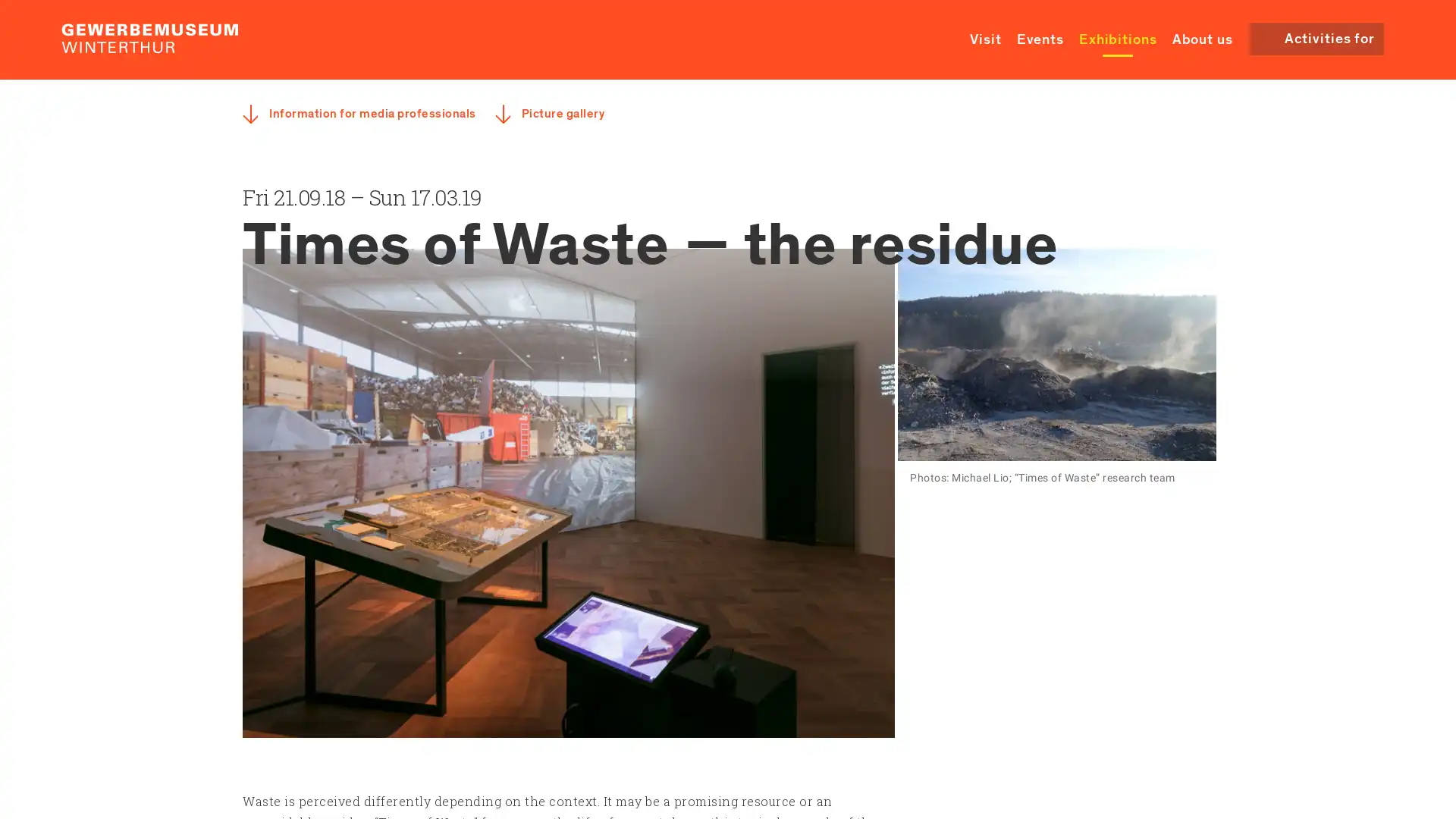  Describe the element at coordinates (1316, 38) in the screenshot. I see `Activities for` at that location.